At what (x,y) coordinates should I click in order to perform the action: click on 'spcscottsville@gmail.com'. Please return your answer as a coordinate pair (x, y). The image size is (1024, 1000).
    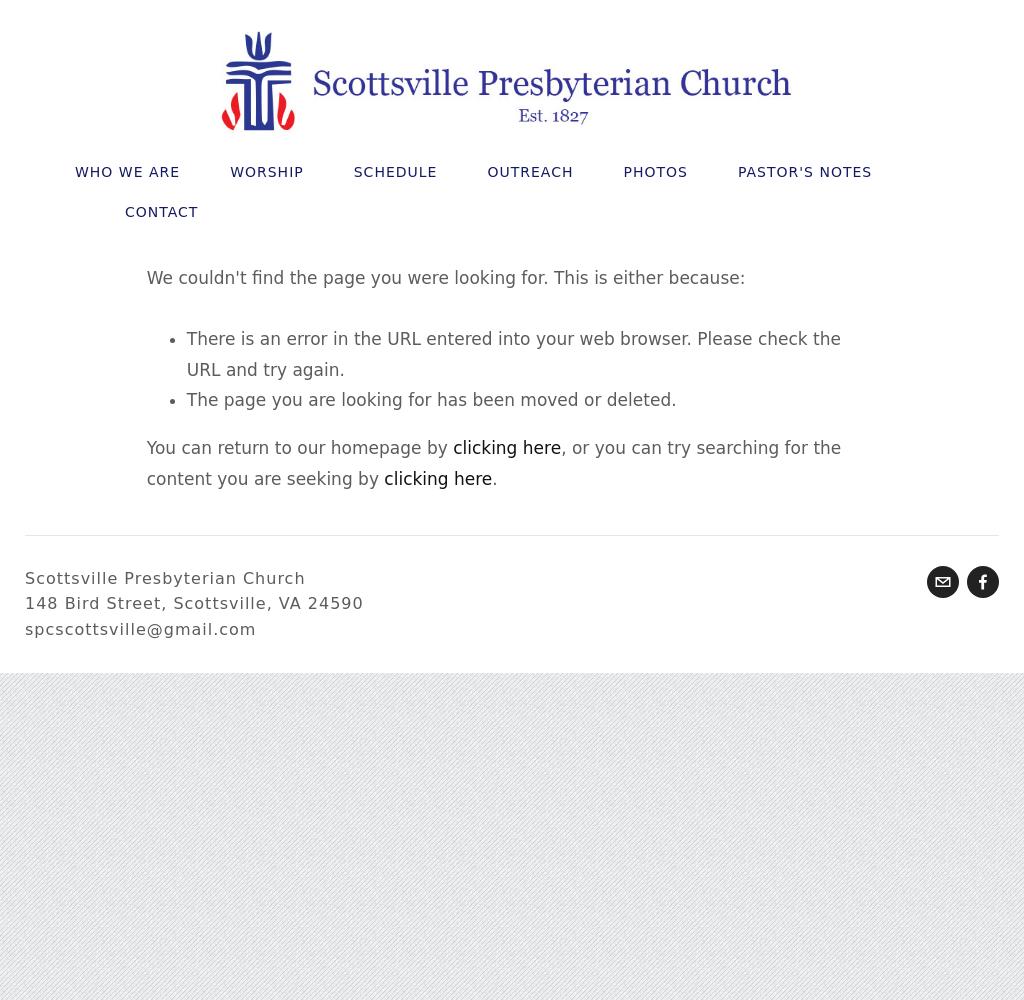
    Looking at the image, I should click on (139, 628).